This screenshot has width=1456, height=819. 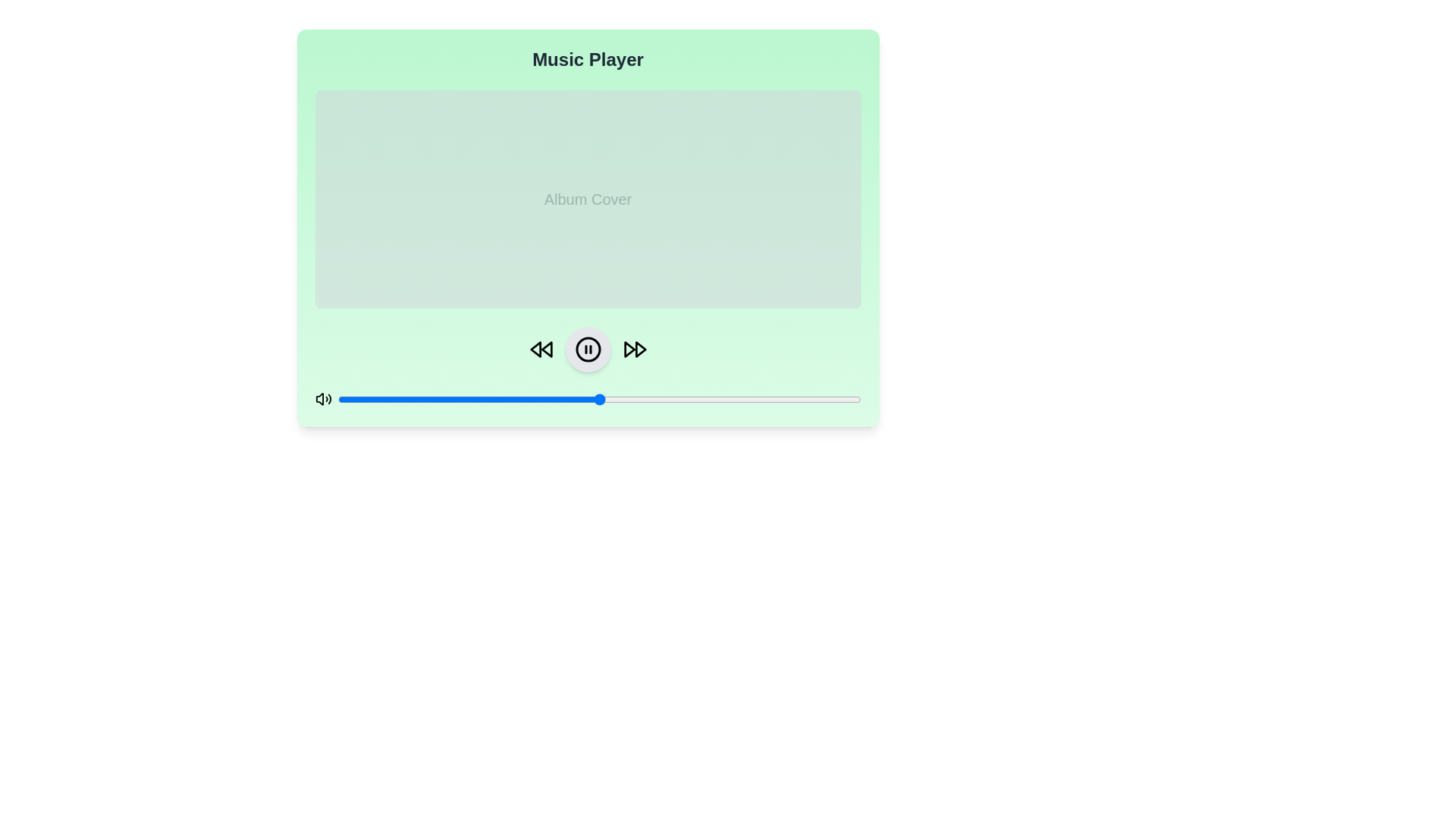 What do you see at coordinates (587, 350) in the screenshot?
I see `the circular button with a gray background and a paused circle icon located in the music control area below the Album Cover display to trigger visual feedback` at bounding box center [587, 350].